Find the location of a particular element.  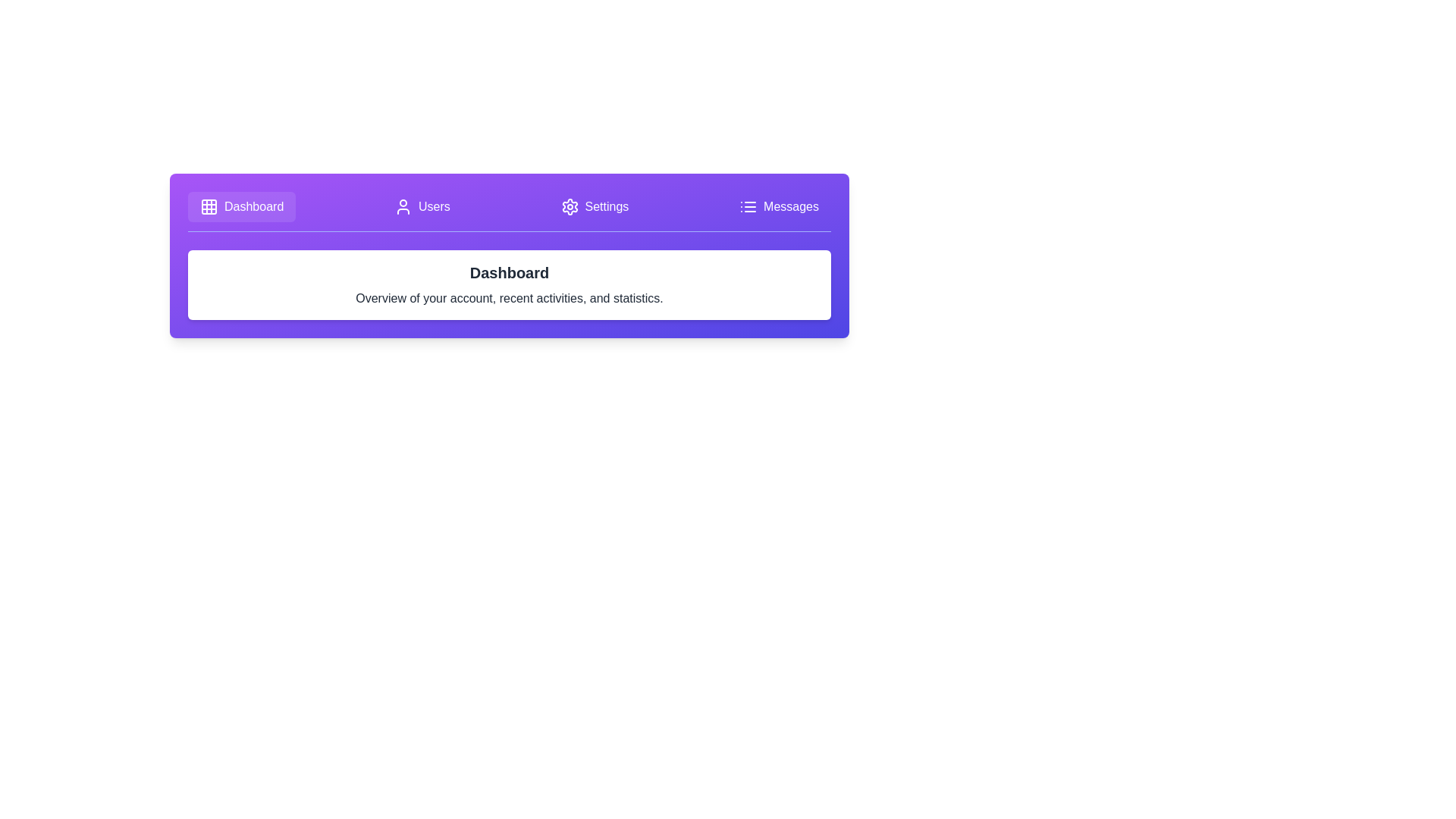

the text label displaying 'Overview of your account, recent activities, and statistics.' located below the 'Dashboard' title on a purple shaded banner is located at coordinates (510, 298).